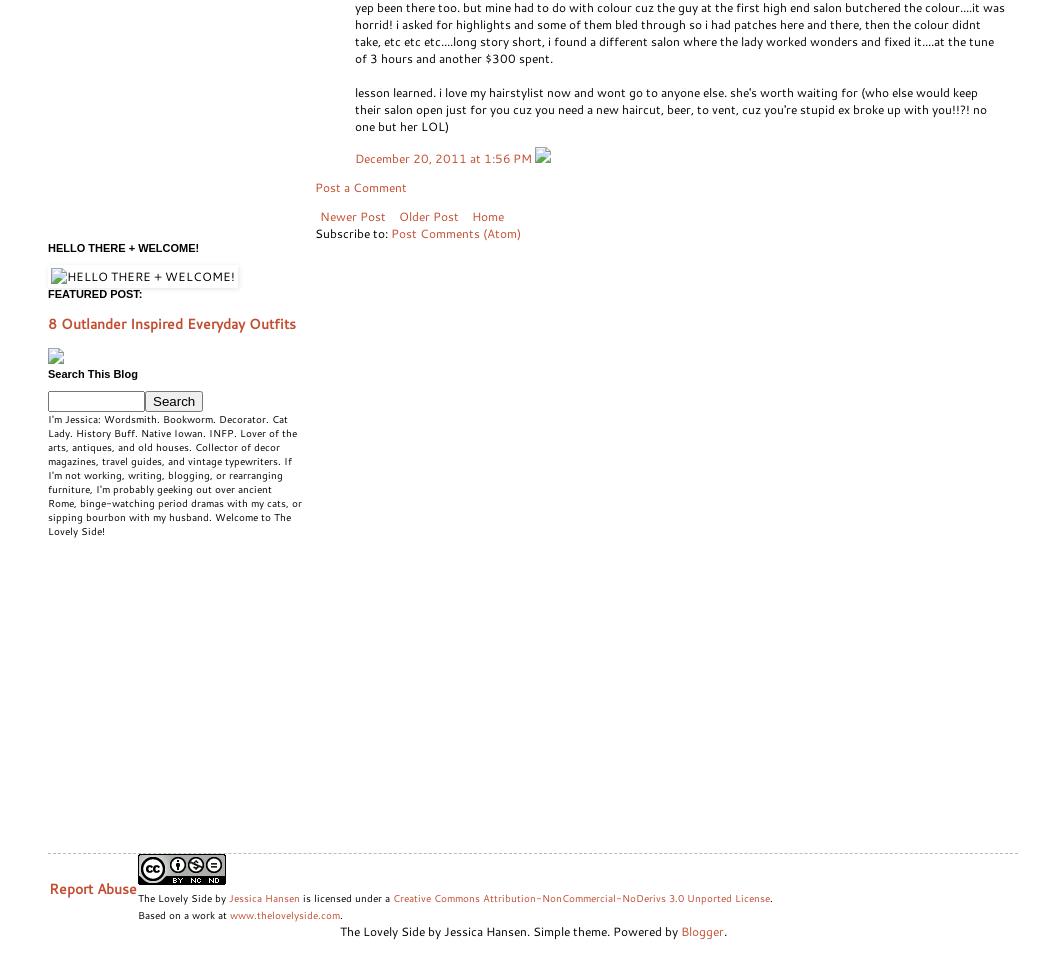 The image size is (1058, 957). I want to click on 'December 20, 2011 at 1:56 PM', so click(354, 158).